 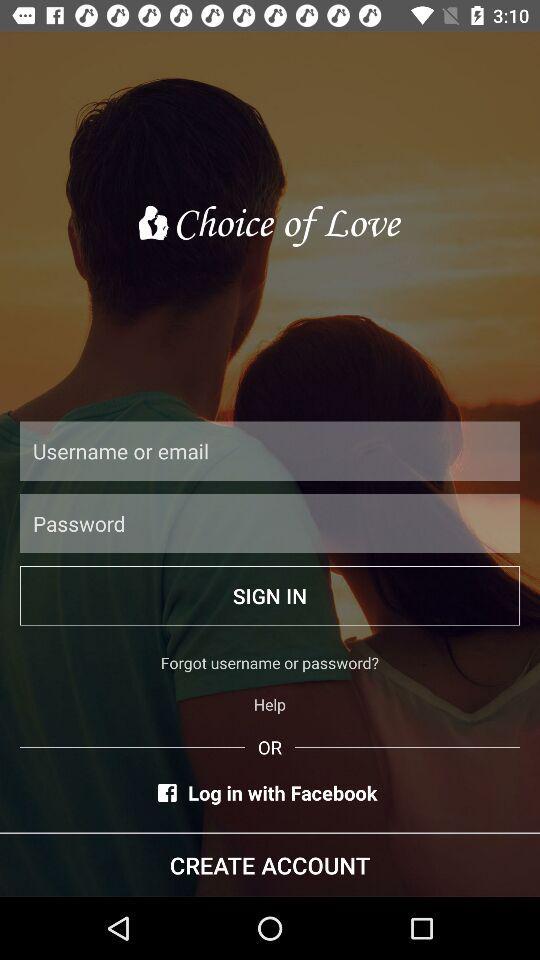 I want to click on the forgot username or icon, so click(x=270, y=662).